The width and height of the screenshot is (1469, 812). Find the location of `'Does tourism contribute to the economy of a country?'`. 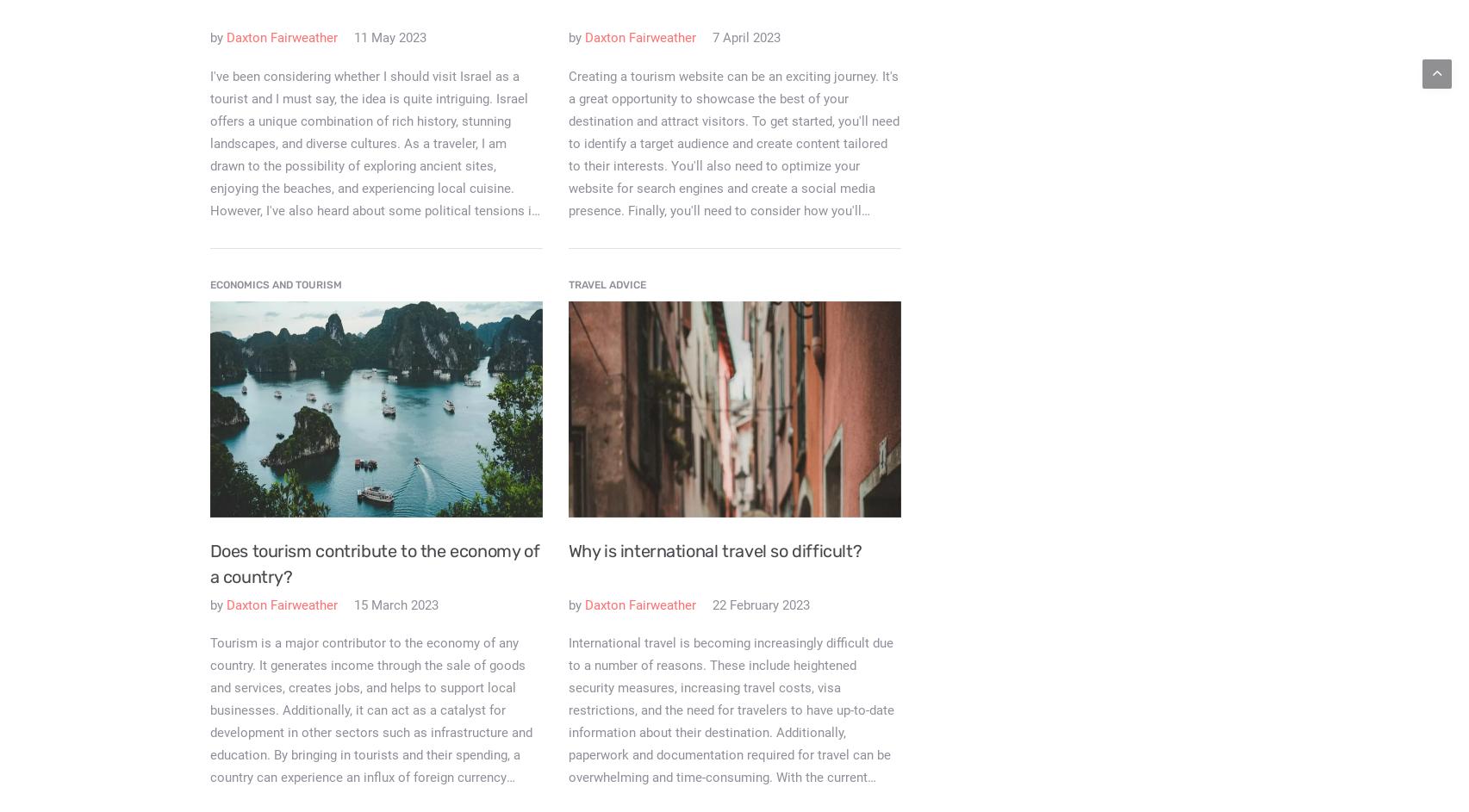

'Does tourism contribute to the economy of a country?' is located at coordinates (209, 562).